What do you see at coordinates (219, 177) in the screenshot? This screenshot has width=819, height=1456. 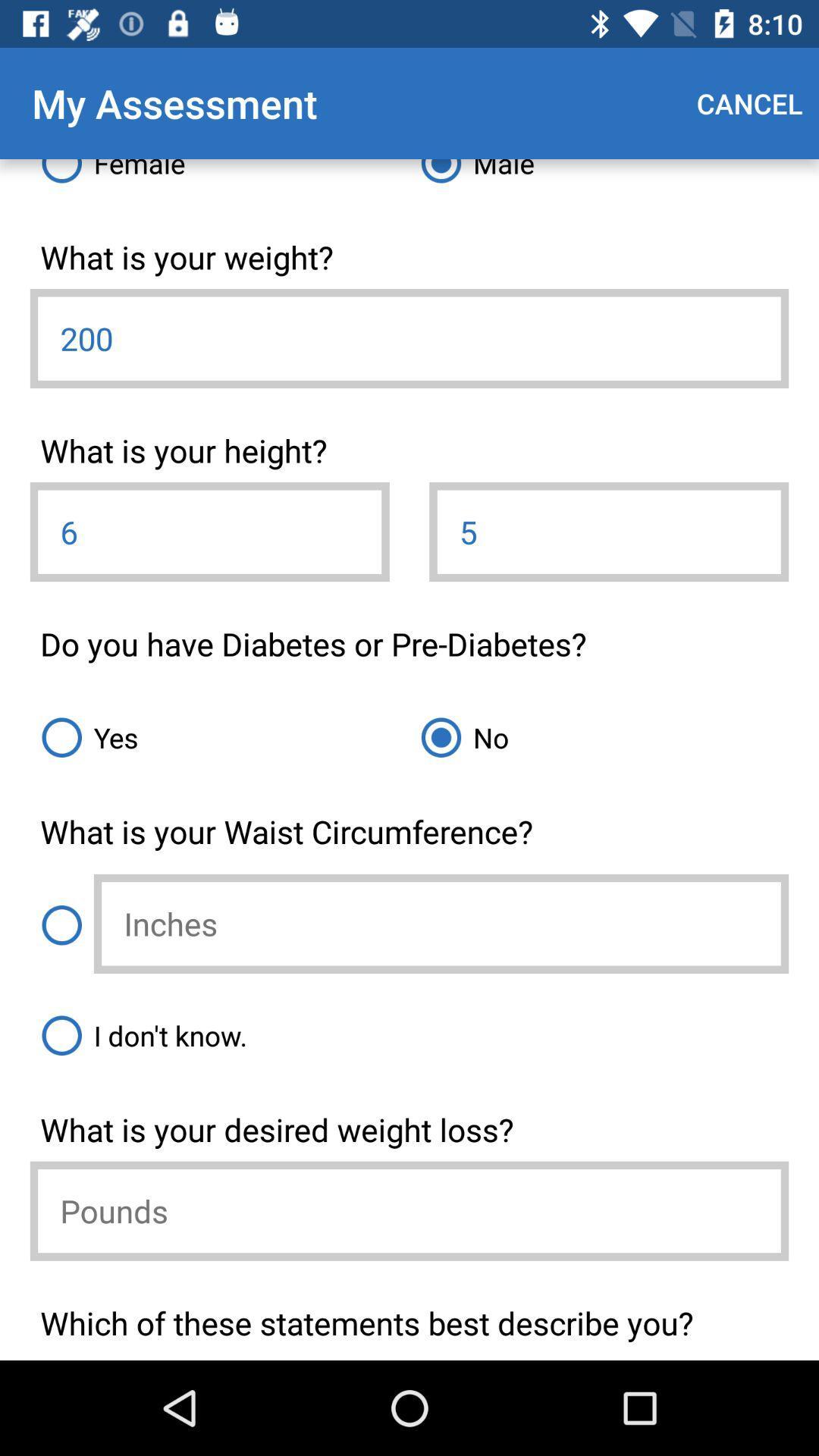 I see `the female item` at bounding box center [219, 177].